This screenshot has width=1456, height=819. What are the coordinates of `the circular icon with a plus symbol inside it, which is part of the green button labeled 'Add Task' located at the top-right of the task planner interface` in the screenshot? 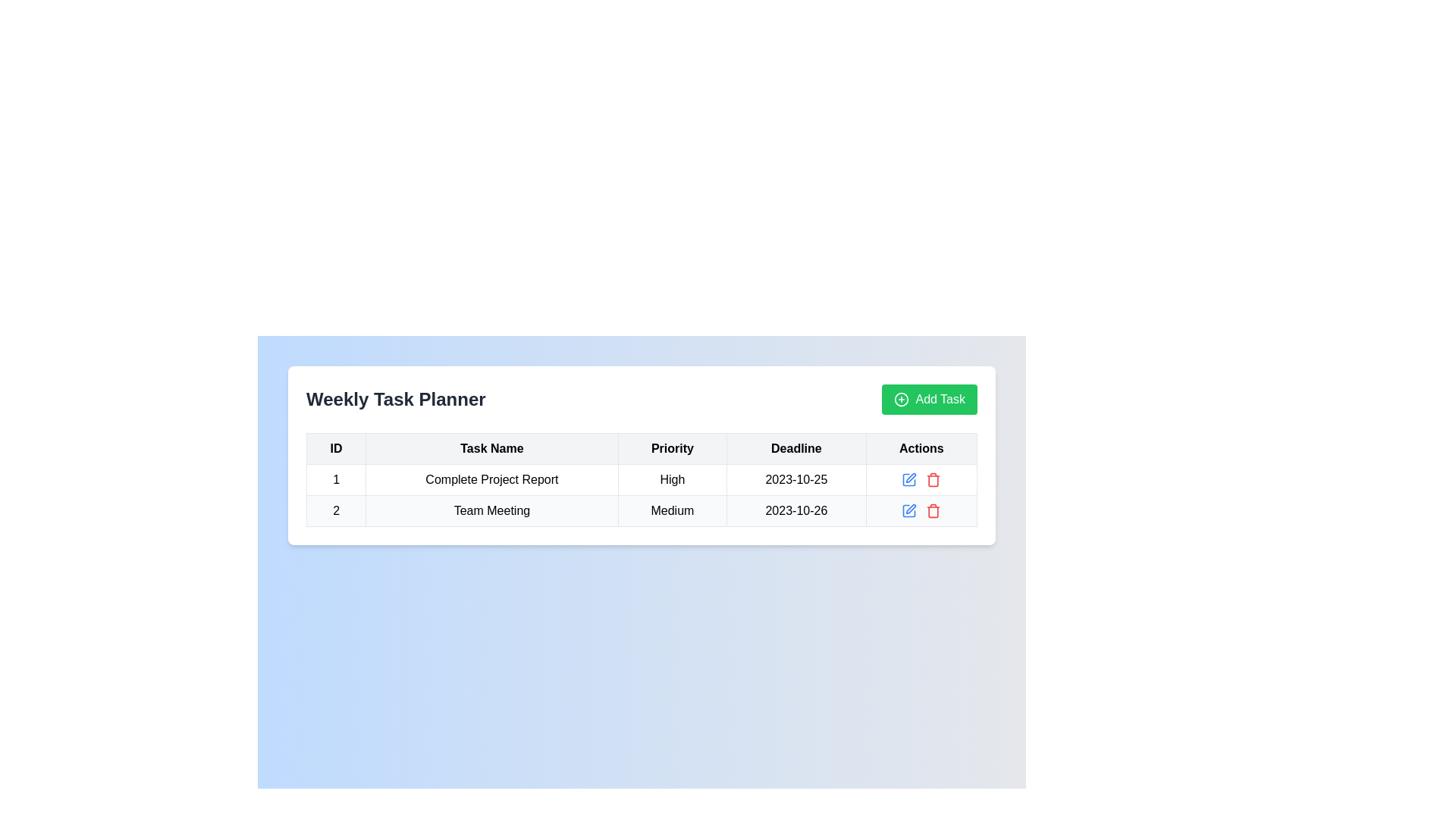 It's located at (902, 399).